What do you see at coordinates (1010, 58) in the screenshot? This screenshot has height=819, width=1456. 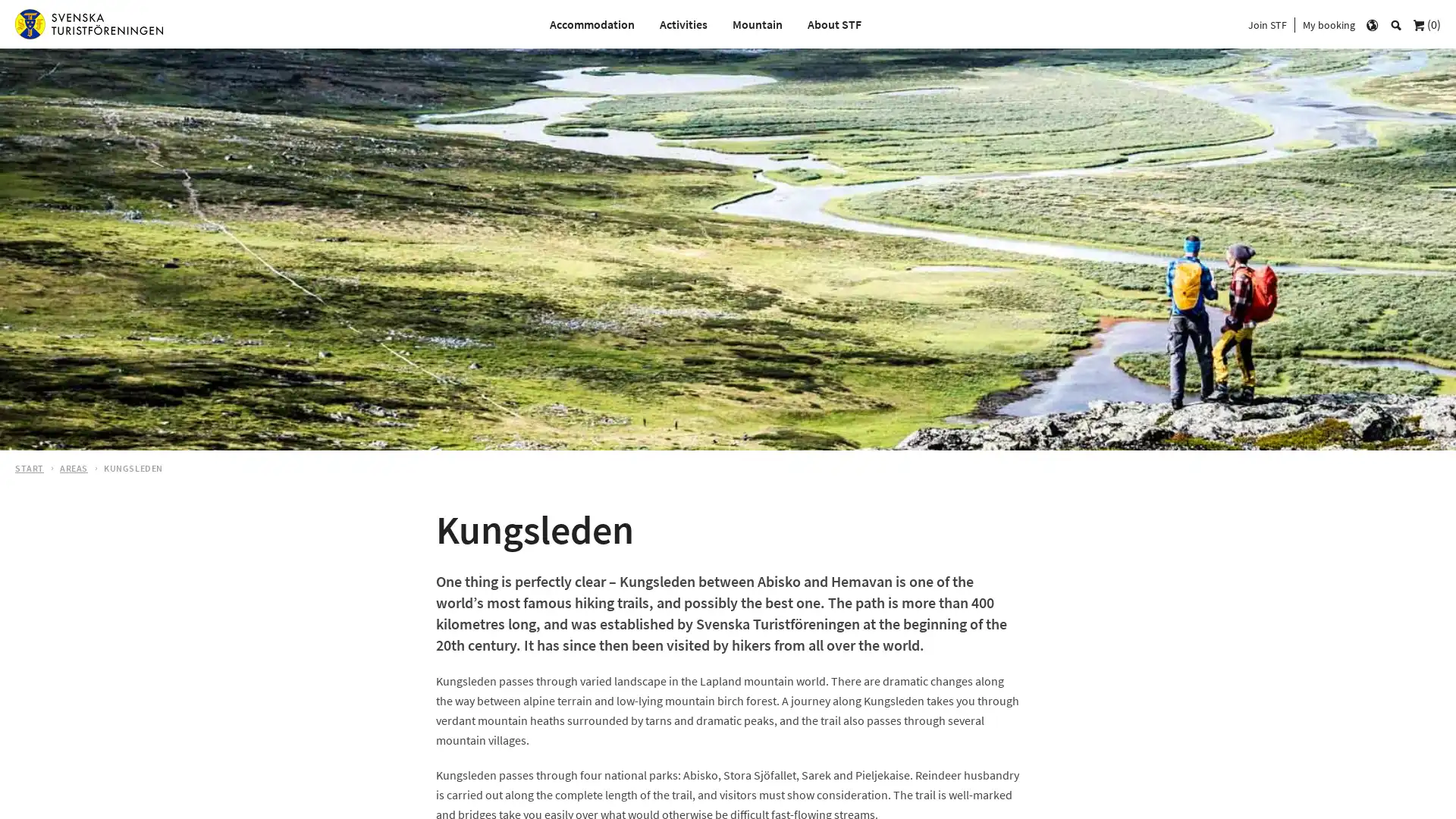 I see `s` at bounding box center [1010, 58].